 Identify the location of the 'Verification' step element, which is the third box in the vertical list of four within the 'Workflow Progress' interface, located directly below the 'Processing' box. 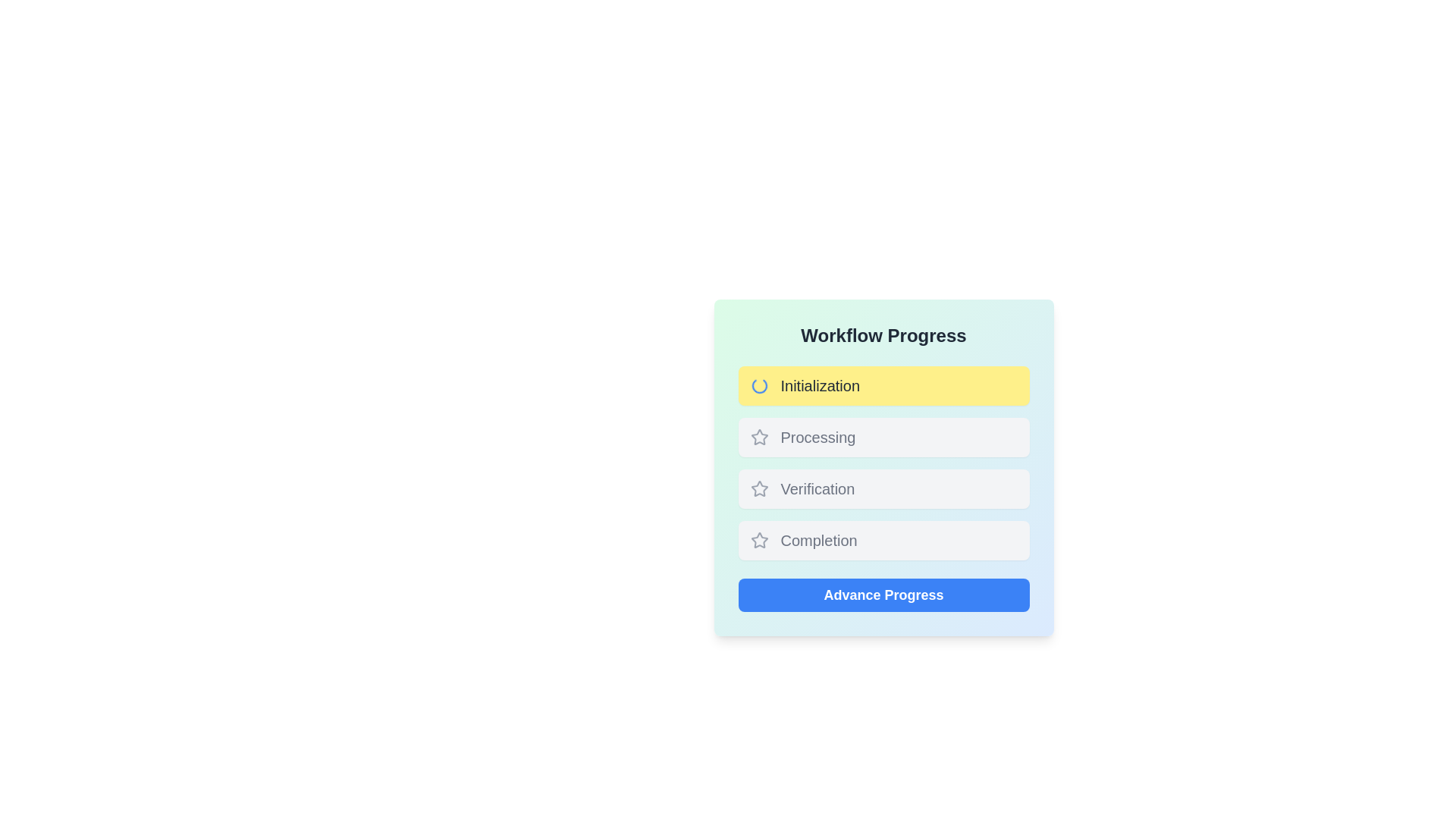
(883, 488).